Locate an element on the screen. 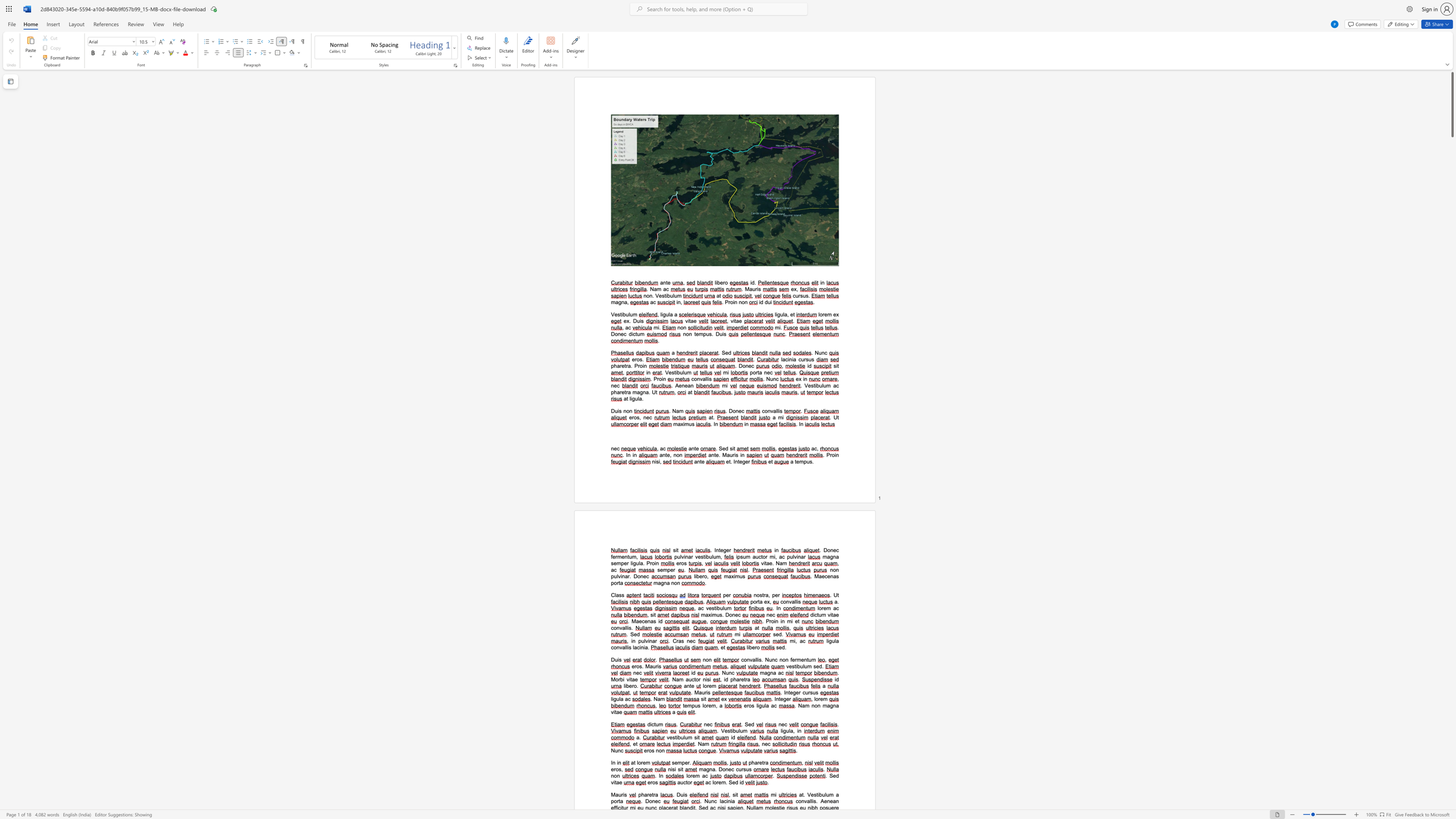 This screenshot has width=1456, height=819. the space between the continuous character "m" and "," in the text is located at coordinates (719, 557).